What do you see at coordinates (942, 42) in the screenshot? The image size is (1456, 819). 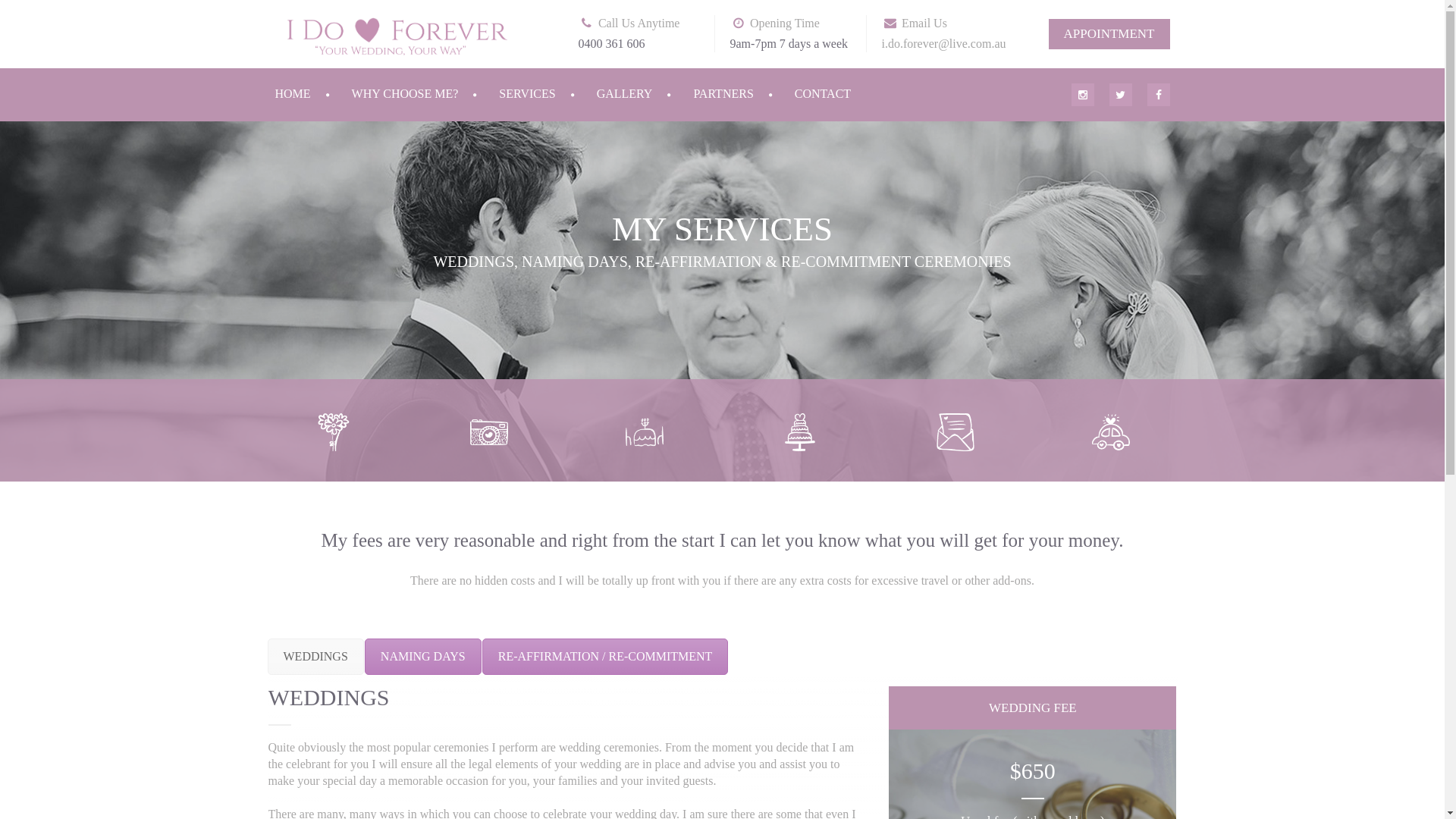 I see `'i.do.forever@live.com.au'` at bounding box center [942, 42].